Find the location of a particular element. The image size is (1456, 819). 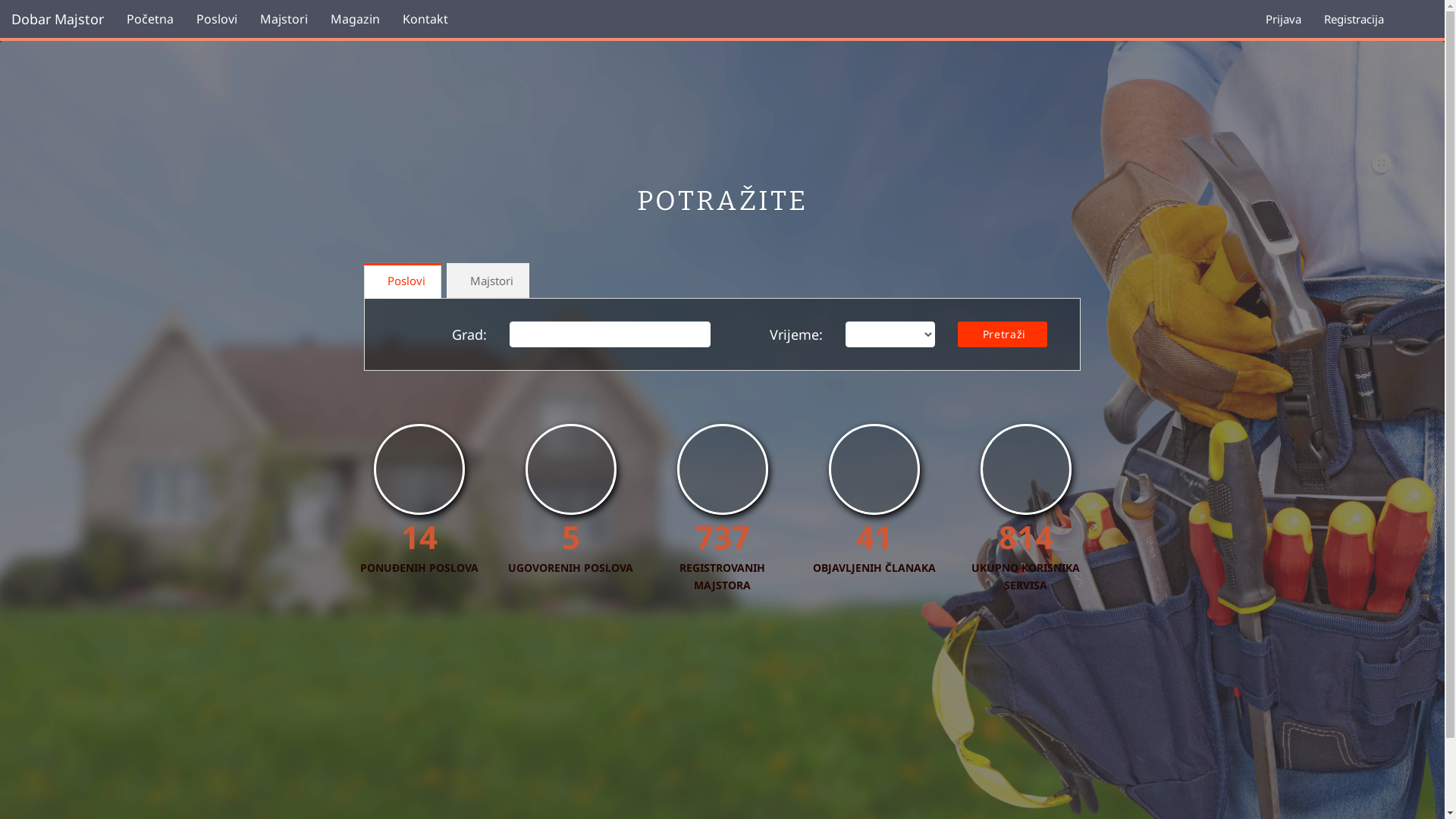

'Prijava' is located at coordinates (1282, 18).